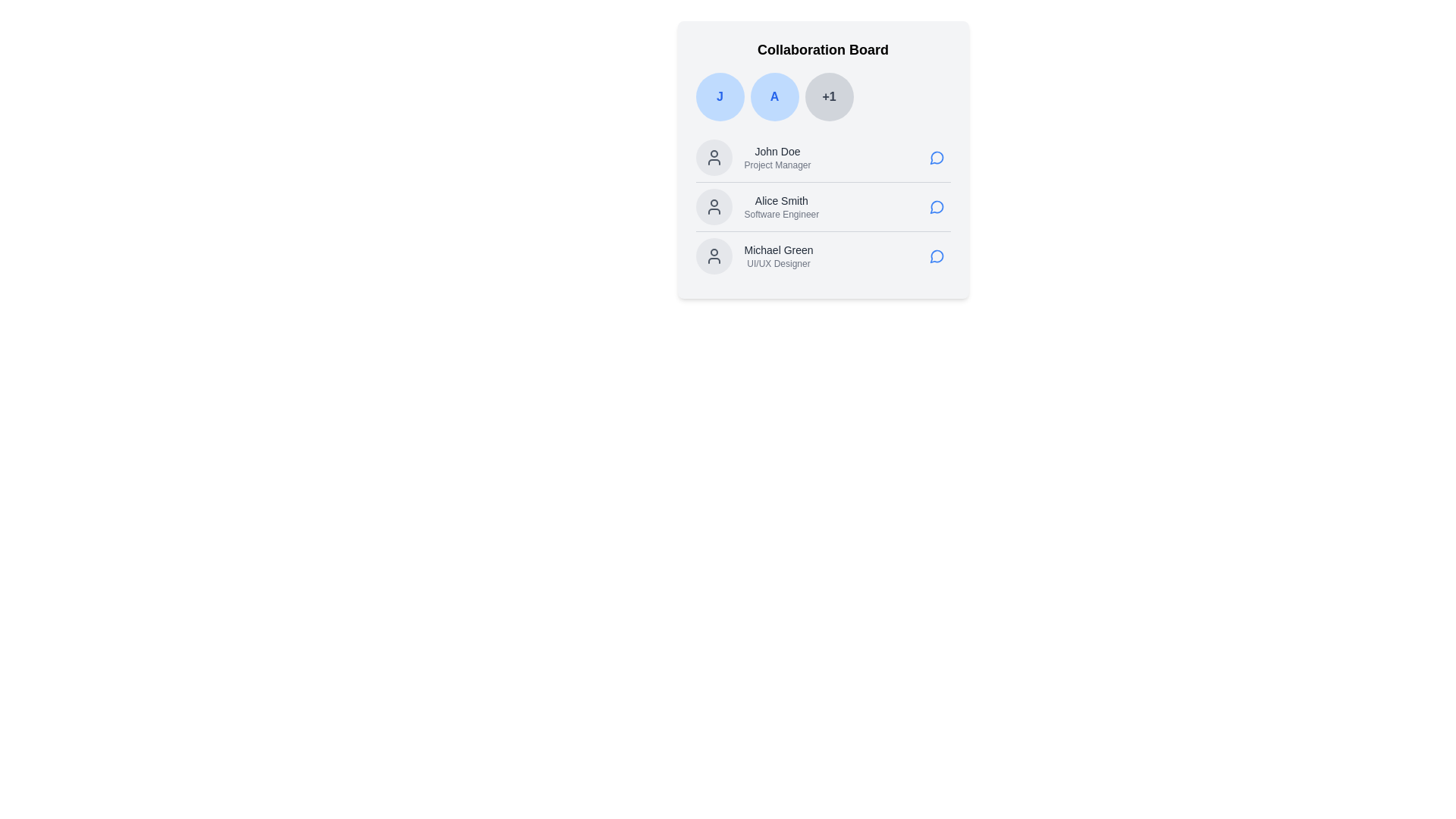  What do you see at coordinates (936, 207) in the screenshot?
I see `the circular speech bubble icon indicating chat or comment feature associated with the user 'Alice Smith'` at bounding box center [936, 207].